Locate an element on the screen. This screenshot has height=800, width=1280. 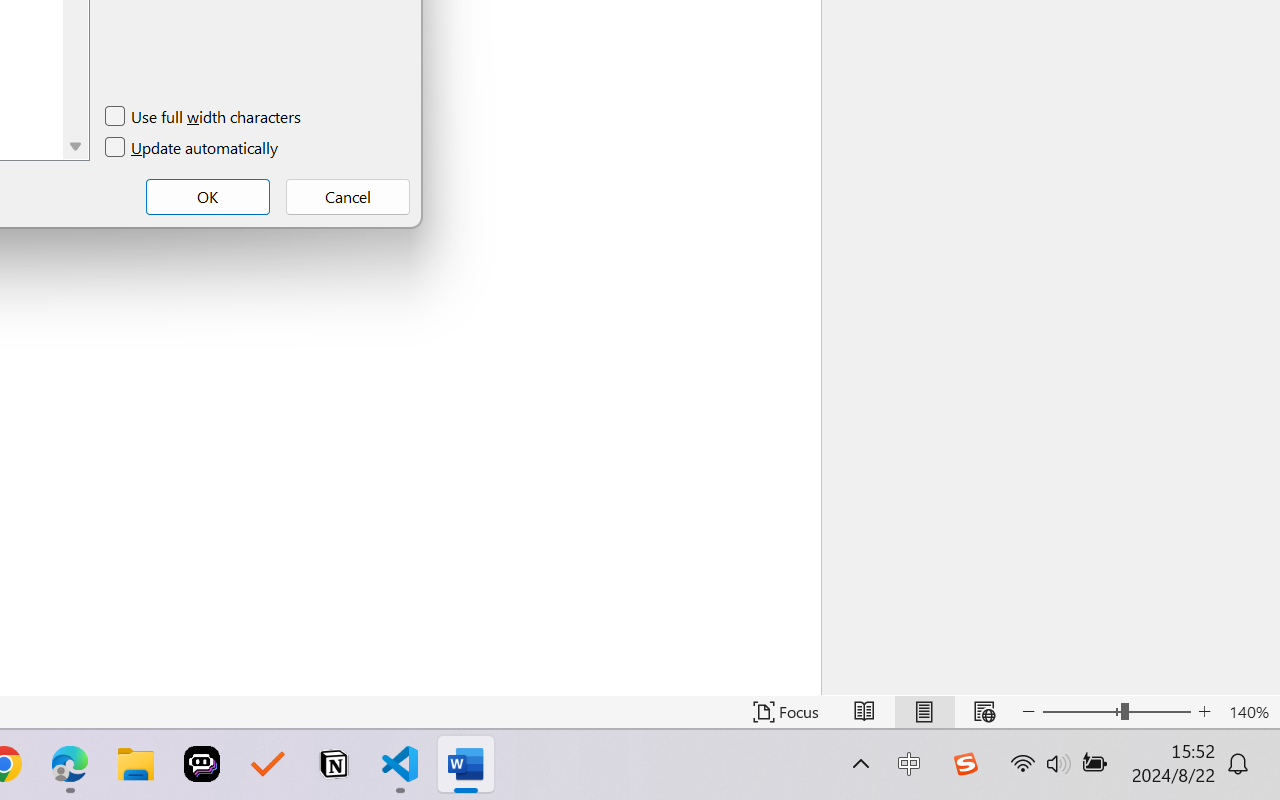
'Poe' is located at coordinates (202, 764).